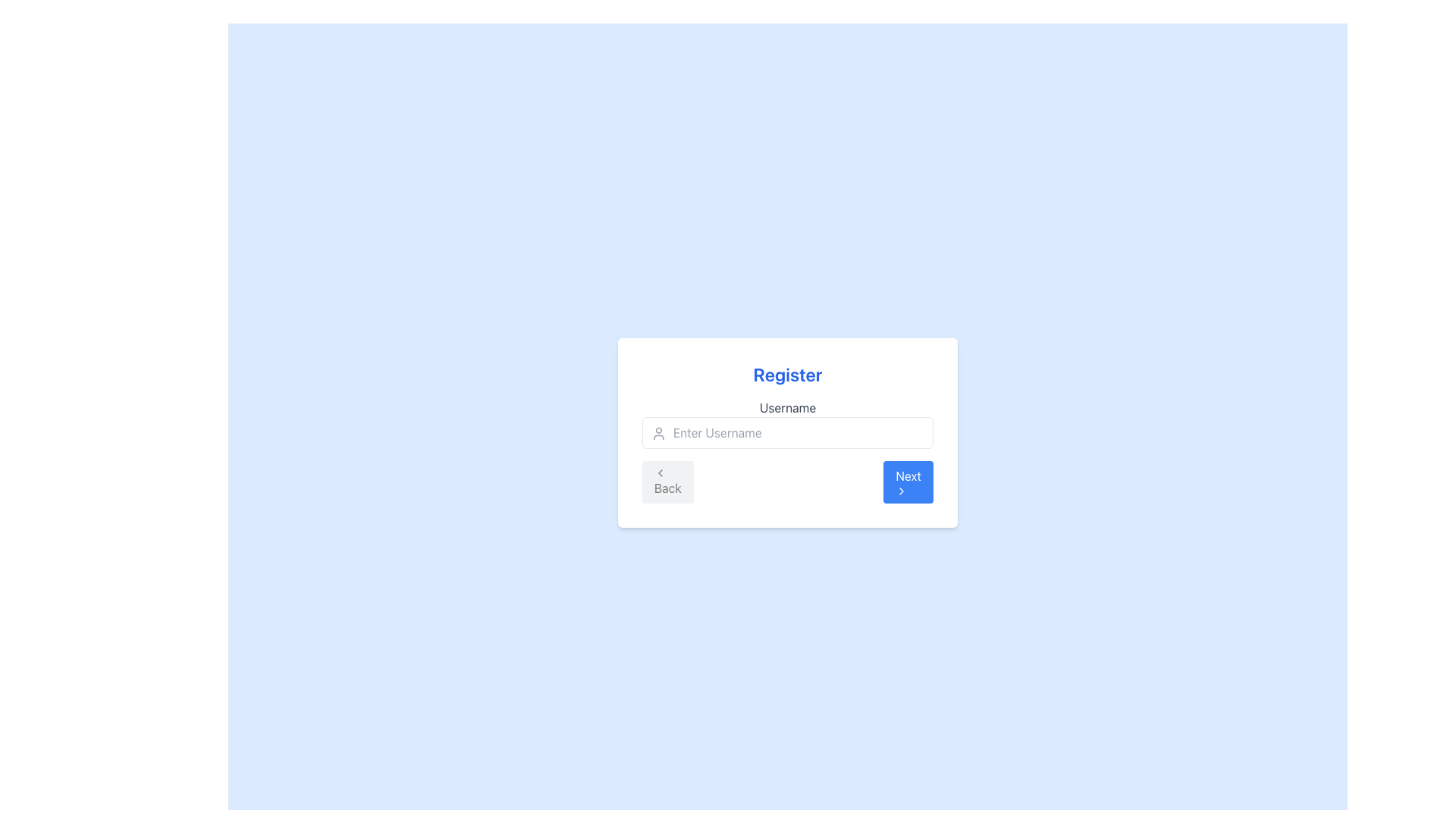  What do you see at coordinates (660, 472) in the screenshot?
I see `the left arrow icon in the 'Back' button located at the bottom left section of the registration form` at bounding box center [660, 472].